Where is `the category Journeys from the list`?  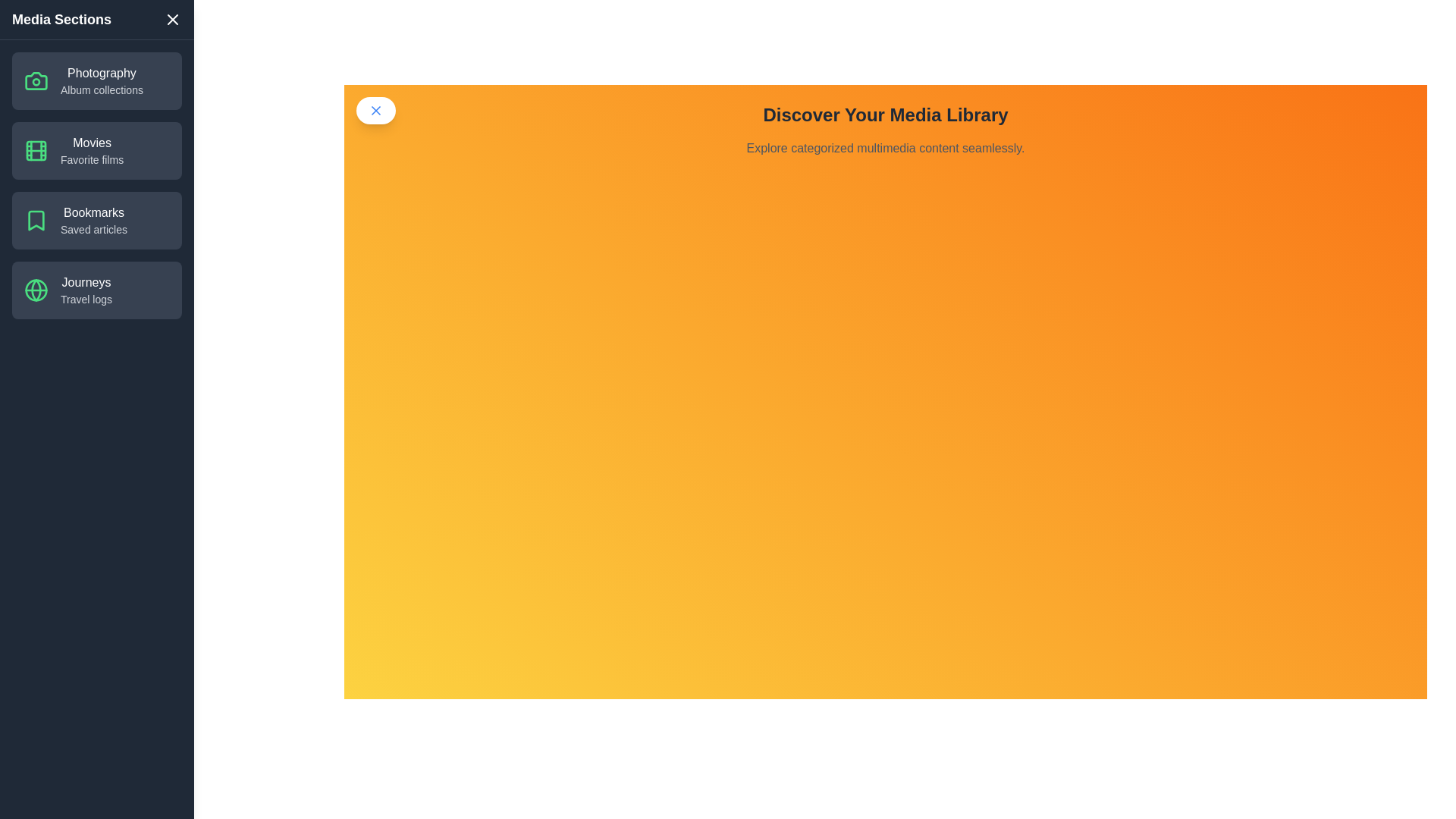
the category Journeys from the list is located at coordinates (96, 290).